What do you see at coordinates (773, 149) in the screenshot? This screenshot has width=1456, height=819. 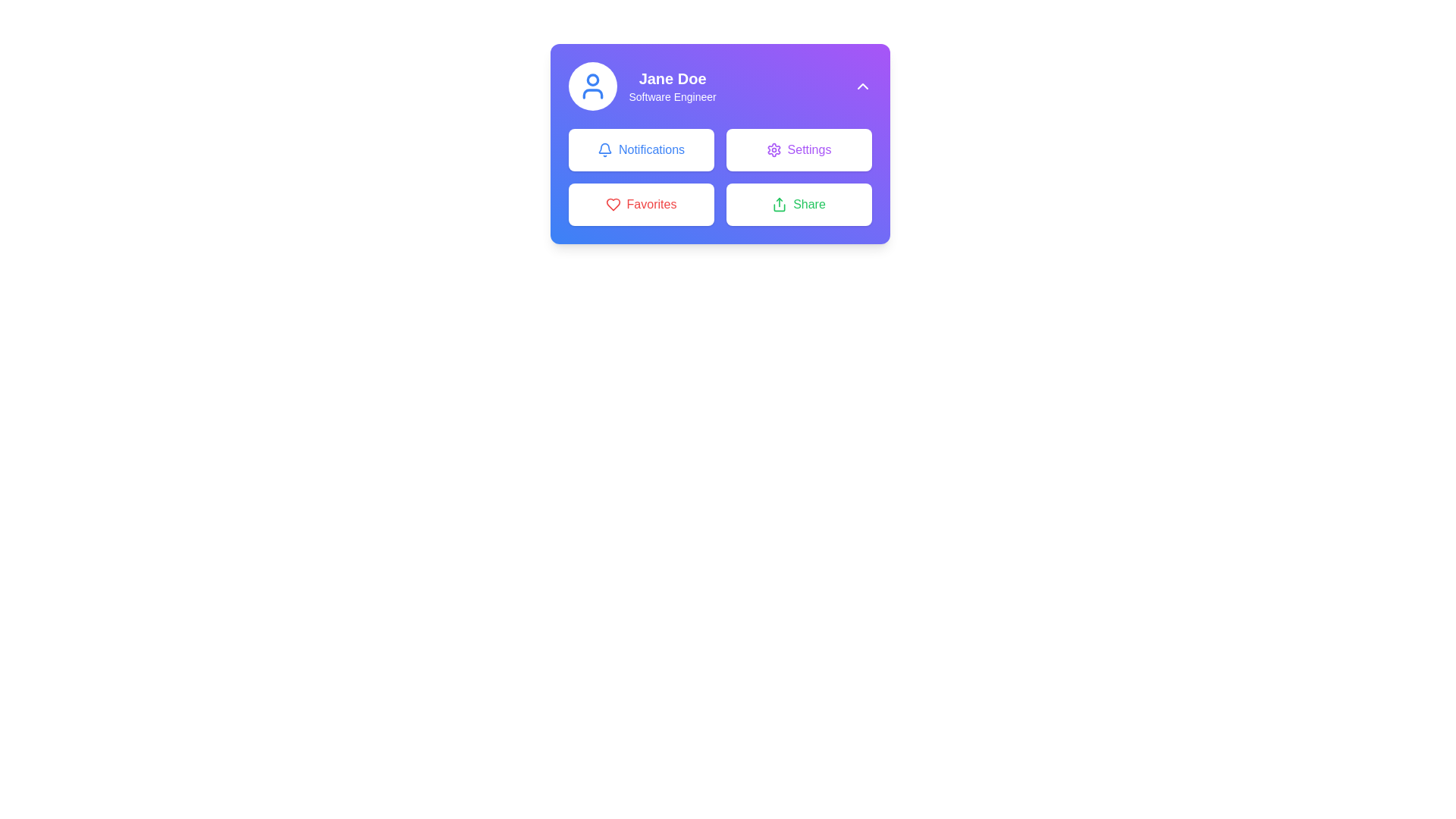 I see `the cogwheel icon in the top-right area of the card component` at bounding box center [773, 149].